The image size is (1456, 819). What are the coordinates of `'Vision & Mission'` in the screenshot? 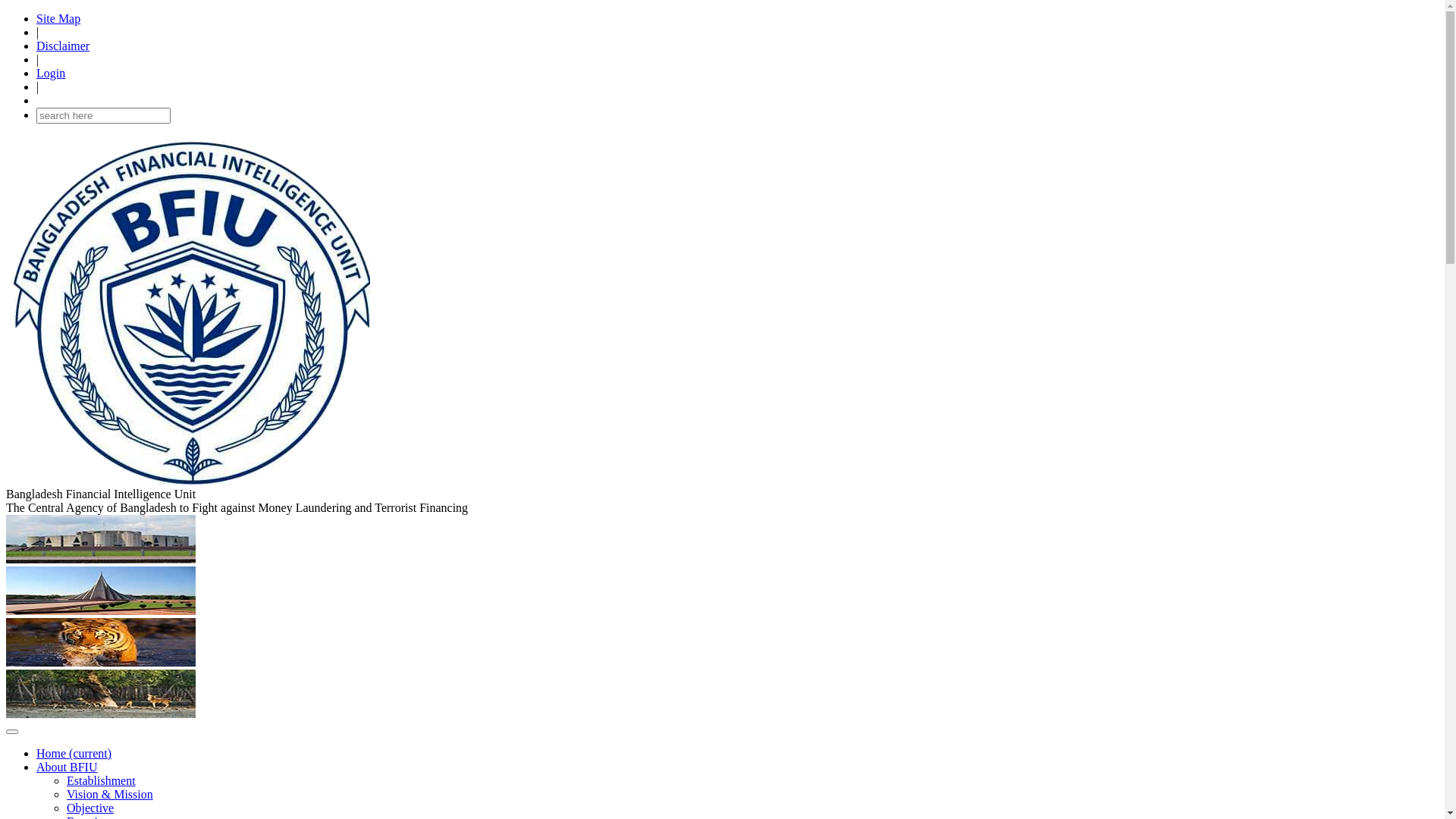 It's located at (108, 793).